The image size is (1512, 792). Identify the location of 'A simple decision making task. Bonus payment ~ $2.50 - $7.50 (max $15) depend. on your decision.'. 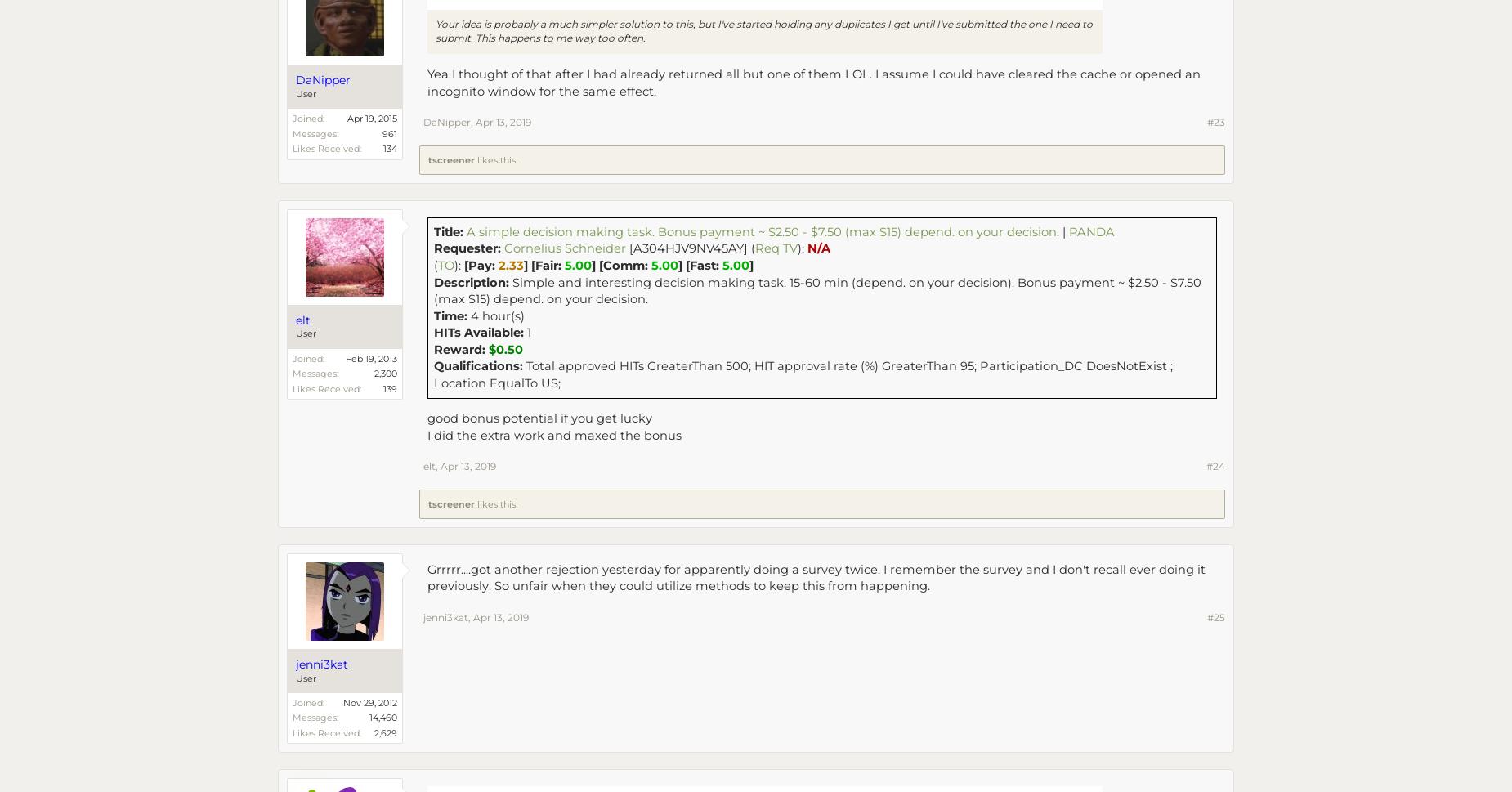
(762, 231).